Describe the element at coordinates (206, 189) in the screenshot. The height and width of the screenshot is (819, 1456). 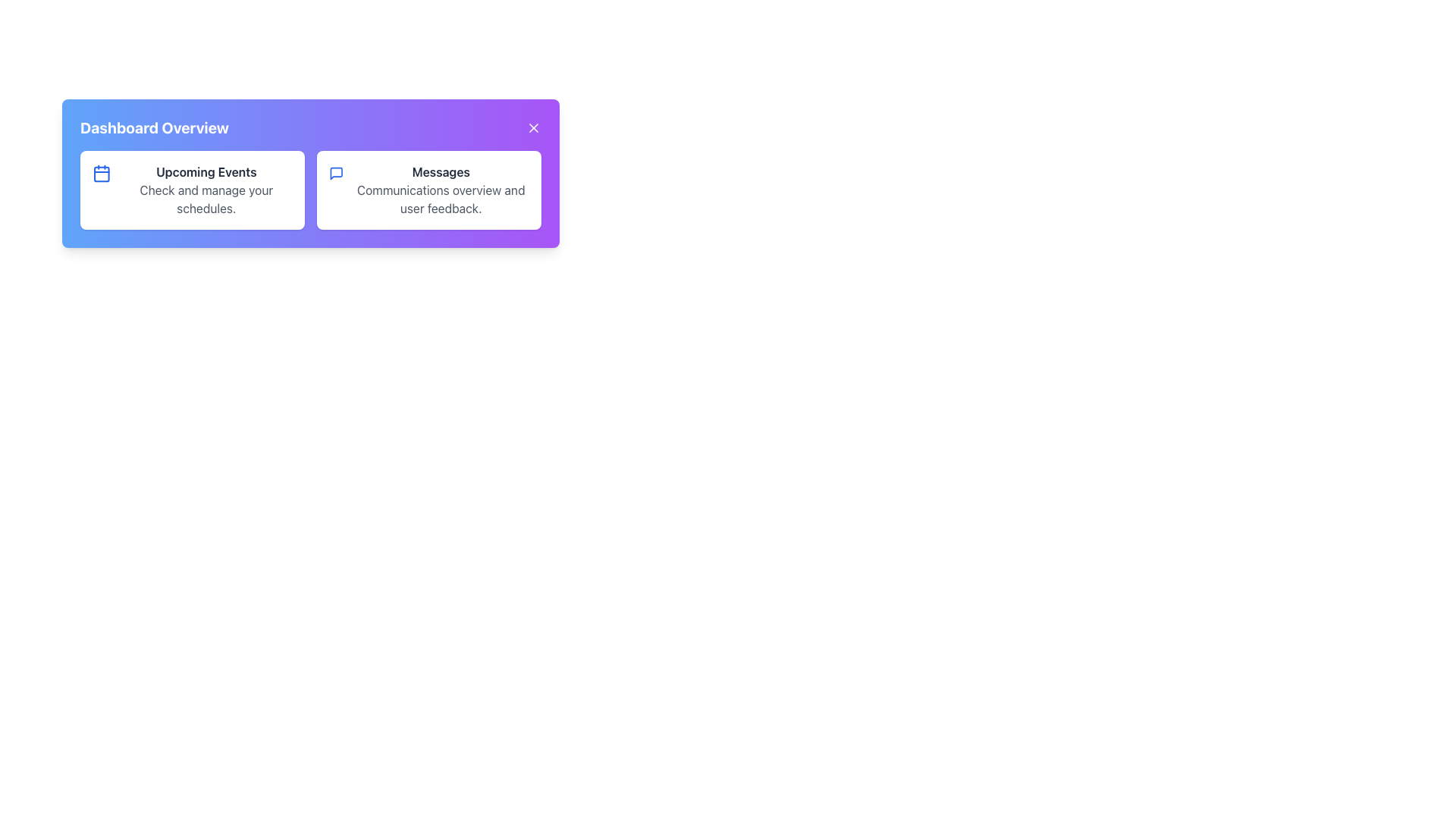
I see `text block element titled 'Upcoming Events' which contains the subtitle 'Check and manage your schedules.'` at that location.